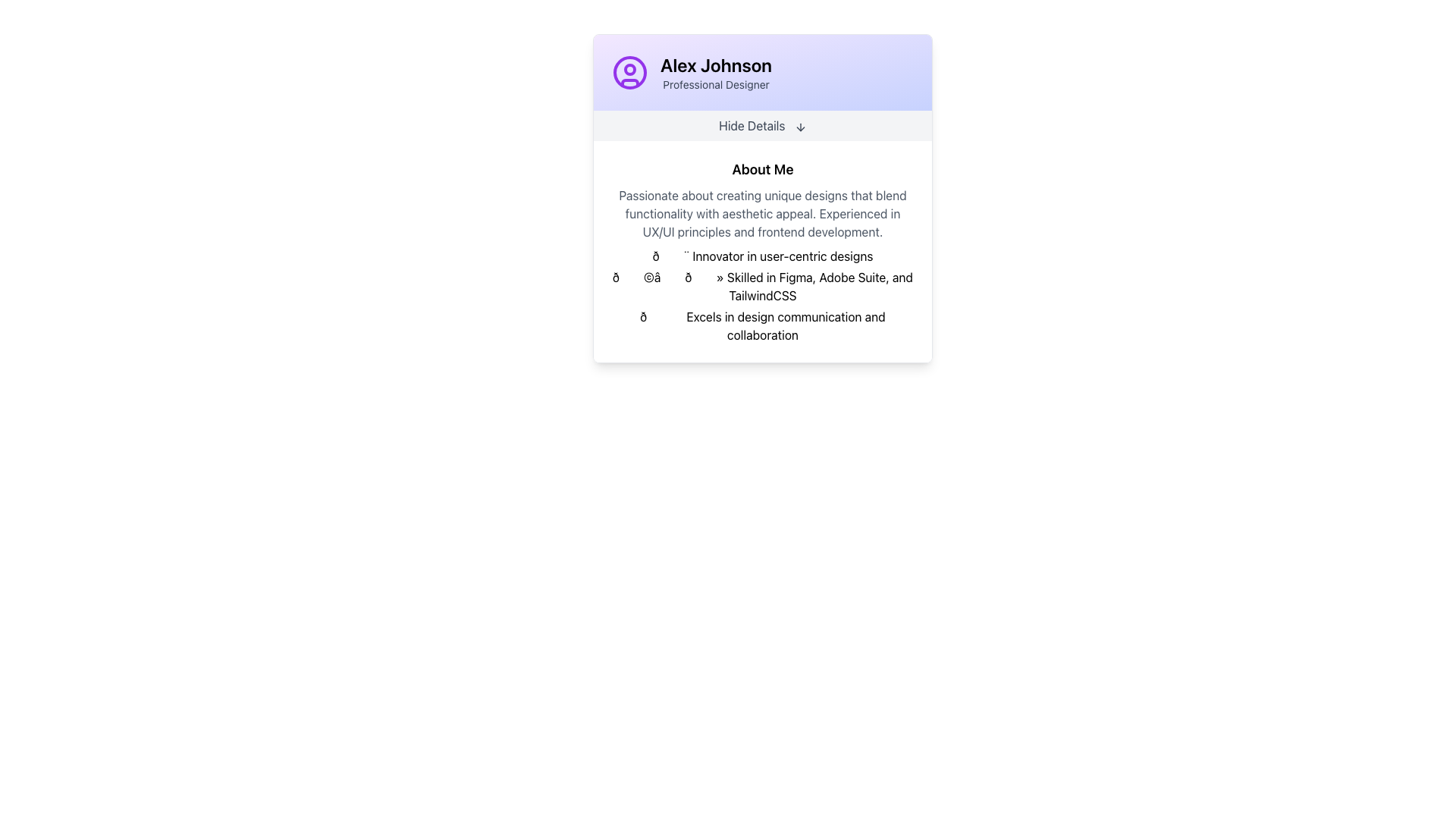 The image size is (1456, 819). I want to click on the circular graphic component with a solid purple outline located in the profile picture area, which represents an abstract user icon, so click(629, 73).